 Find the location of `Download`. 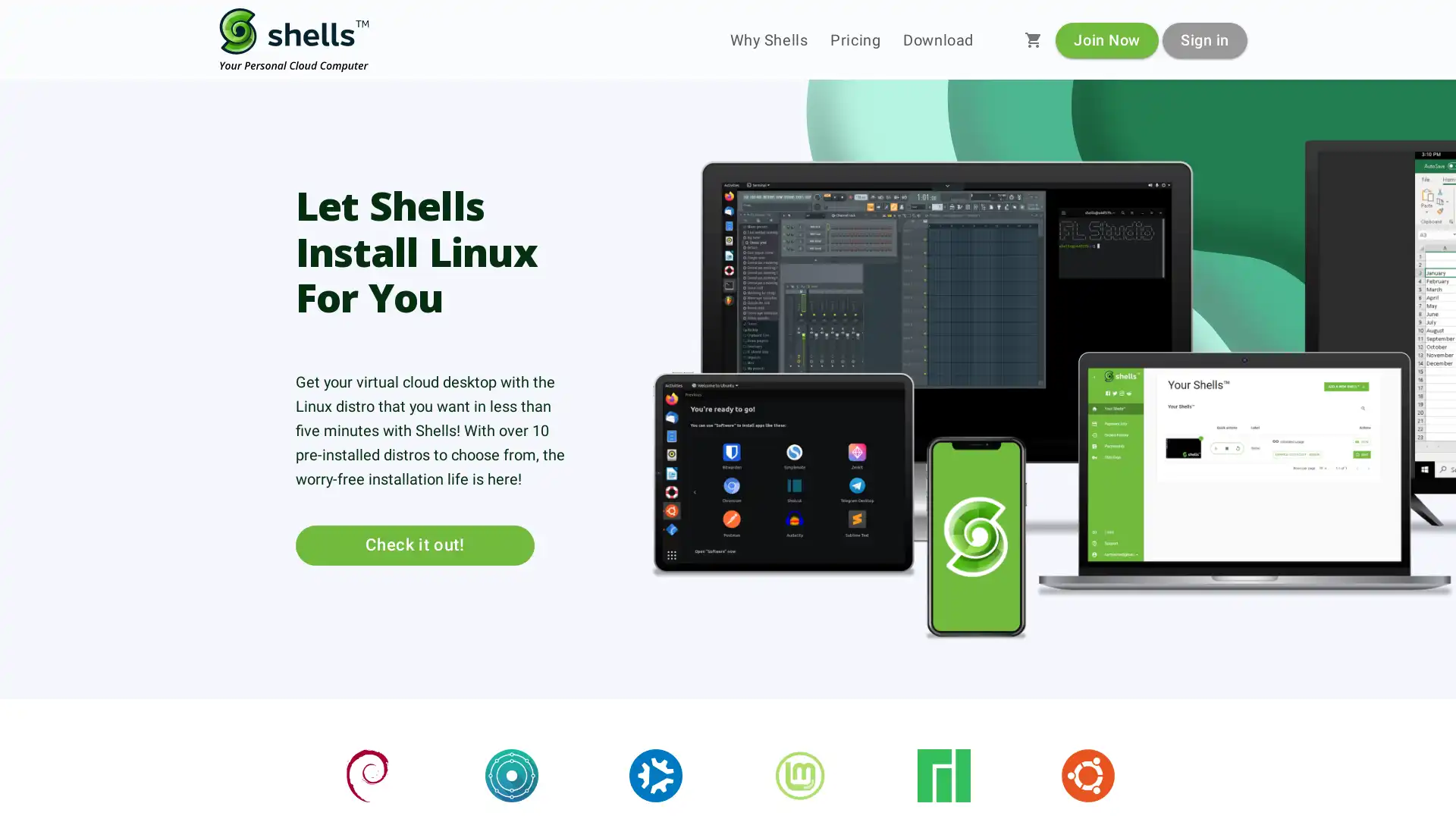

Download is located at coordinates (937, 39).